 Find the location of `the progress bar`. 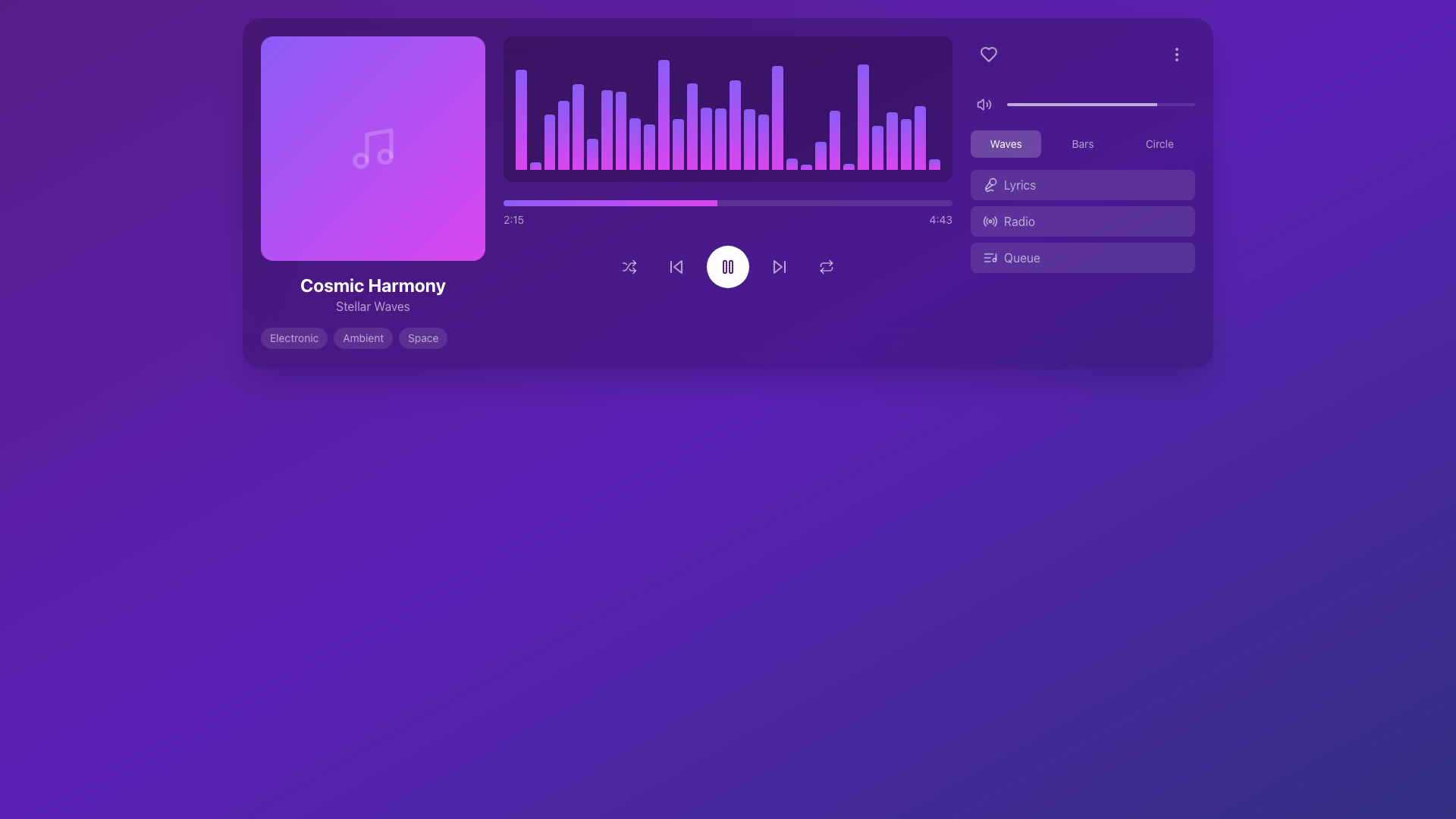

the progress bar is located at coordinates (516, 202).